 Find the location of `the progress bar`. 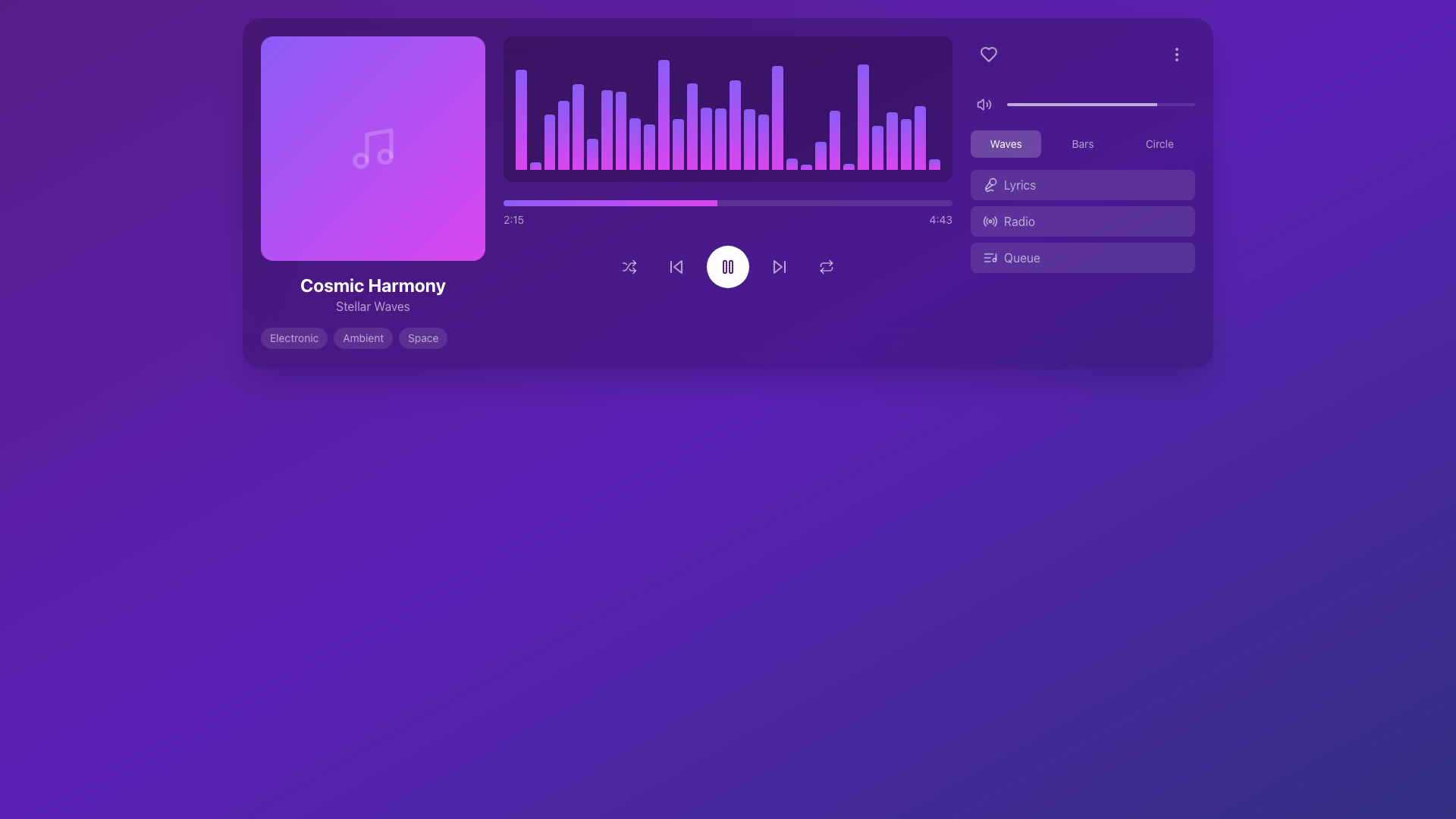

the progress bar is located at coordinates (516, 202).